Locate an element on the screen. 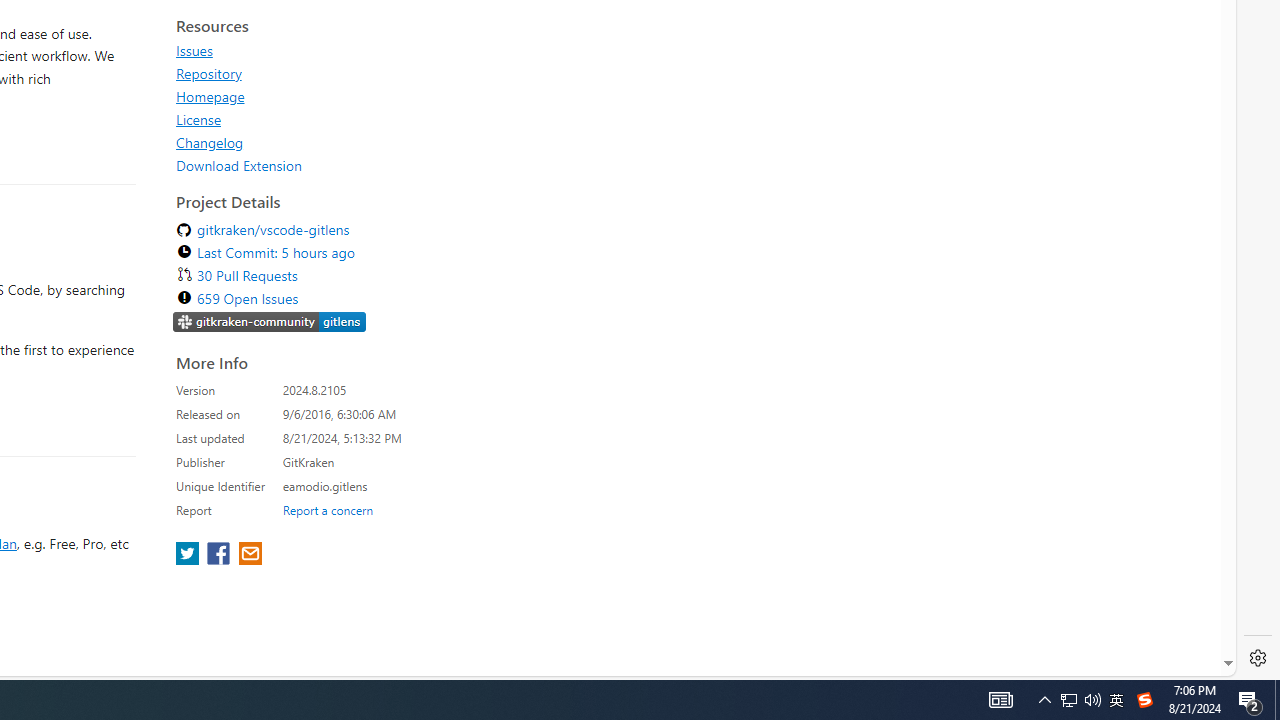 The width and height of the screenshot is (1280, 720). 'share extension on facebook' is located at coordinates (220, 555).